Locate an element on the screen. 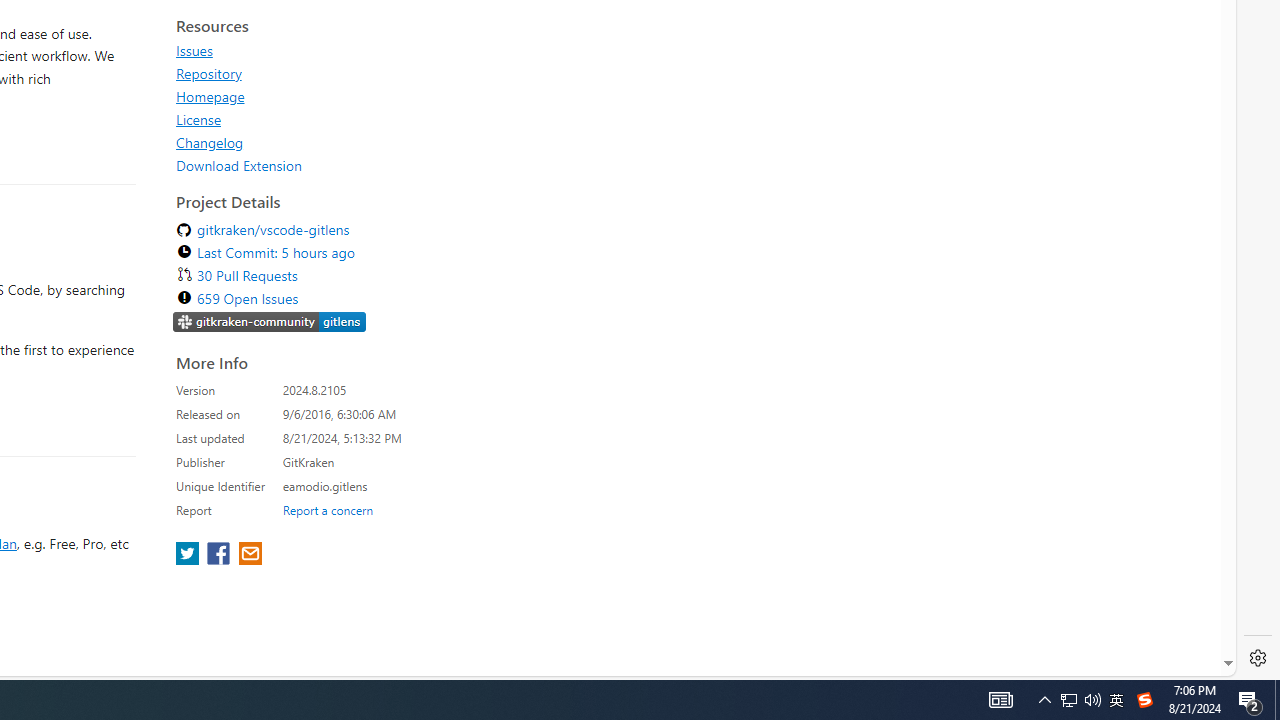 The width and height of the screenshot is (1280, 720). 'share extension on facebook' is located at coordinates (220, 555).